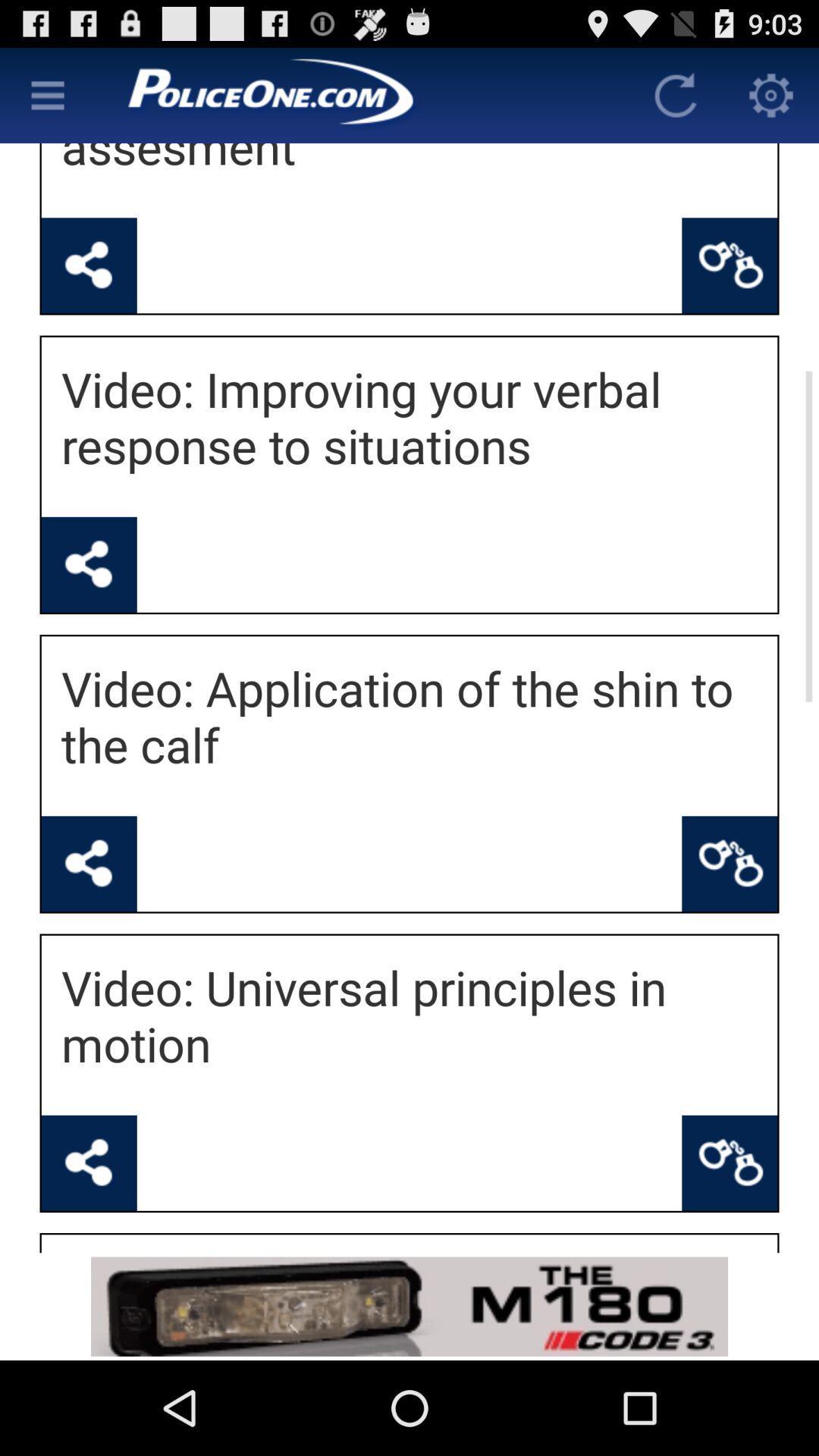 The image size is (819, 1456). Describe the element at coordinates (409, 1306) in the screenshot. I see `advertisement` at that location.